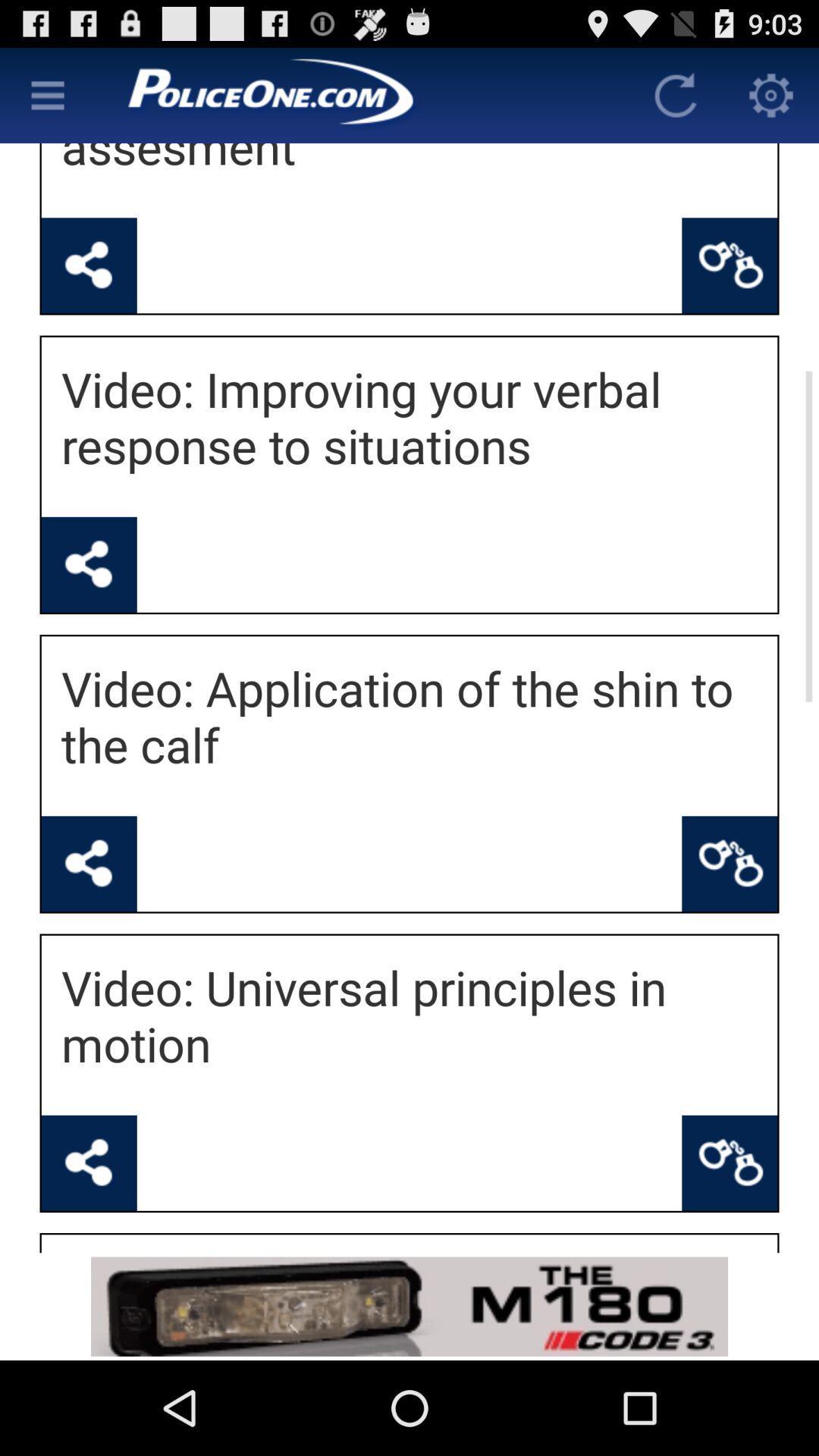 The image size is (819, 1456). Describe the element at coordinates (409, 1306) in the screenshot. I see `advertisement` at that location.